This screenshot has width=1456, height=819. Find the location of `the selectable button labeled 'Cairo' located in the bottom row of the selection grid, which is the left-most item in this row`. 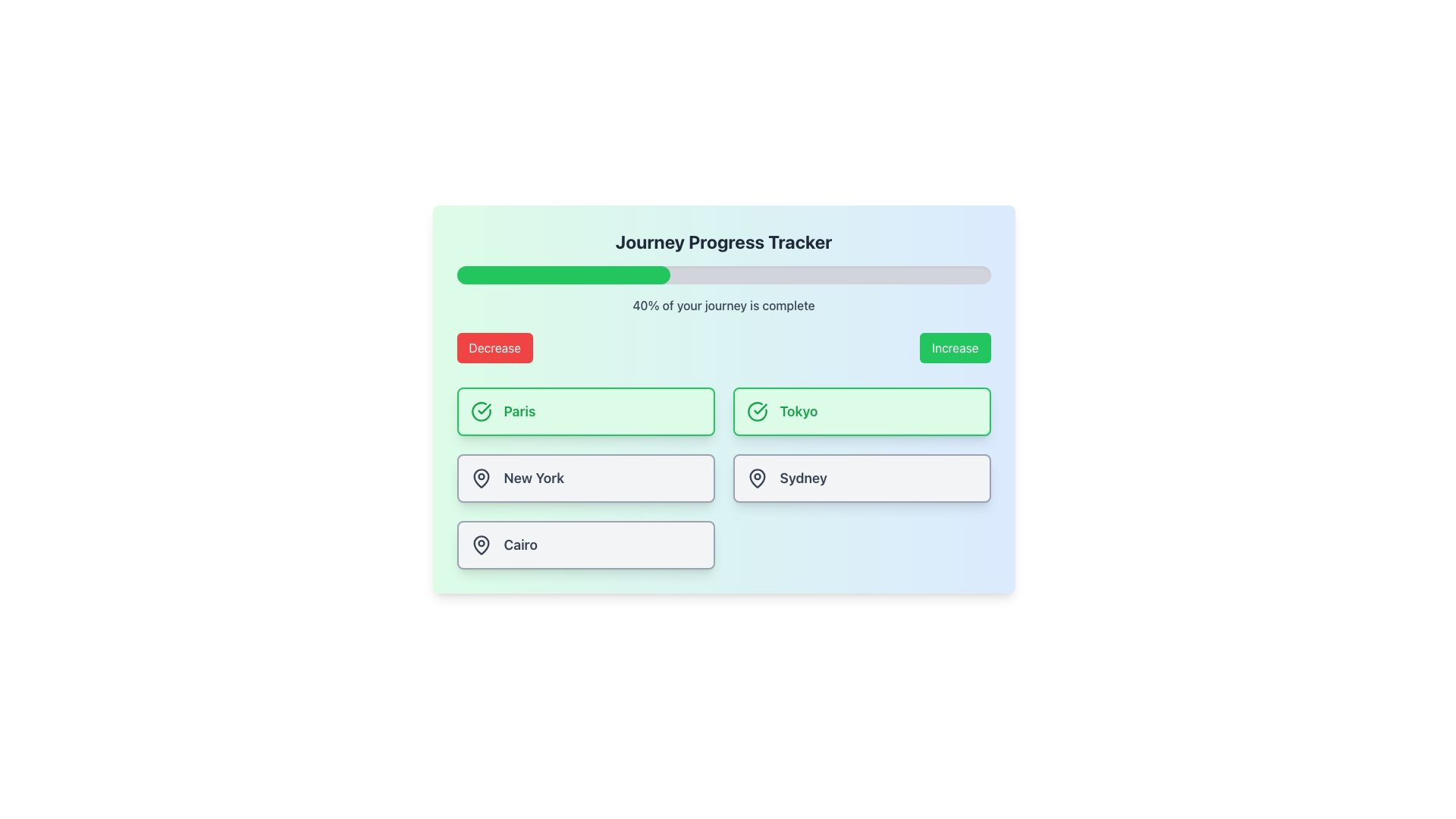

the selectable button labeled 'Cairo' located in the bottom row of the selection grid, which is the left-most item in this row is located at coordinates (585, 544).